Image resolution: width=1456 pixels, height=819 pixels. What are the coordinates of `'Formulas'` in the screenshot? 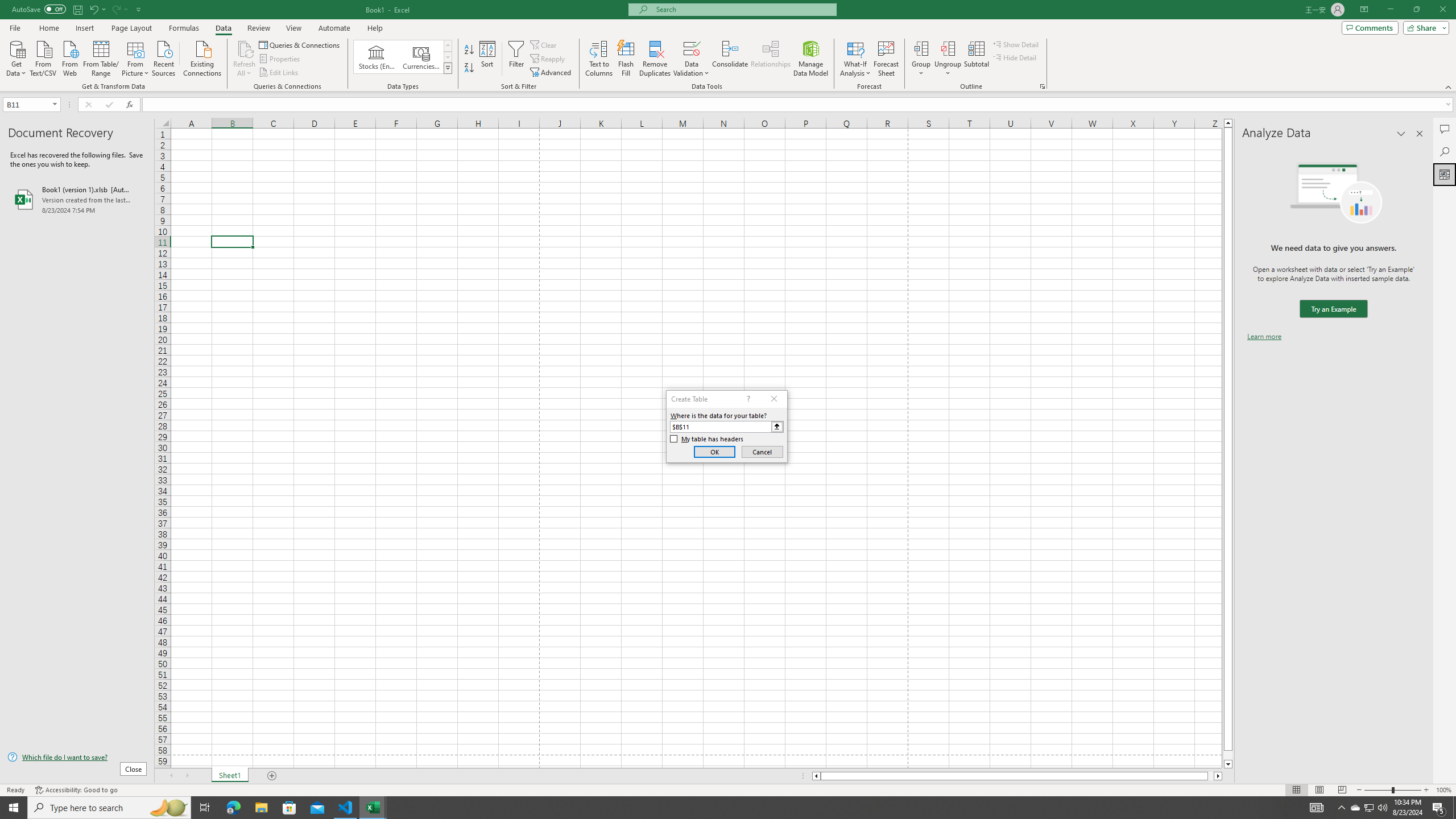 It's located at (185, 28).